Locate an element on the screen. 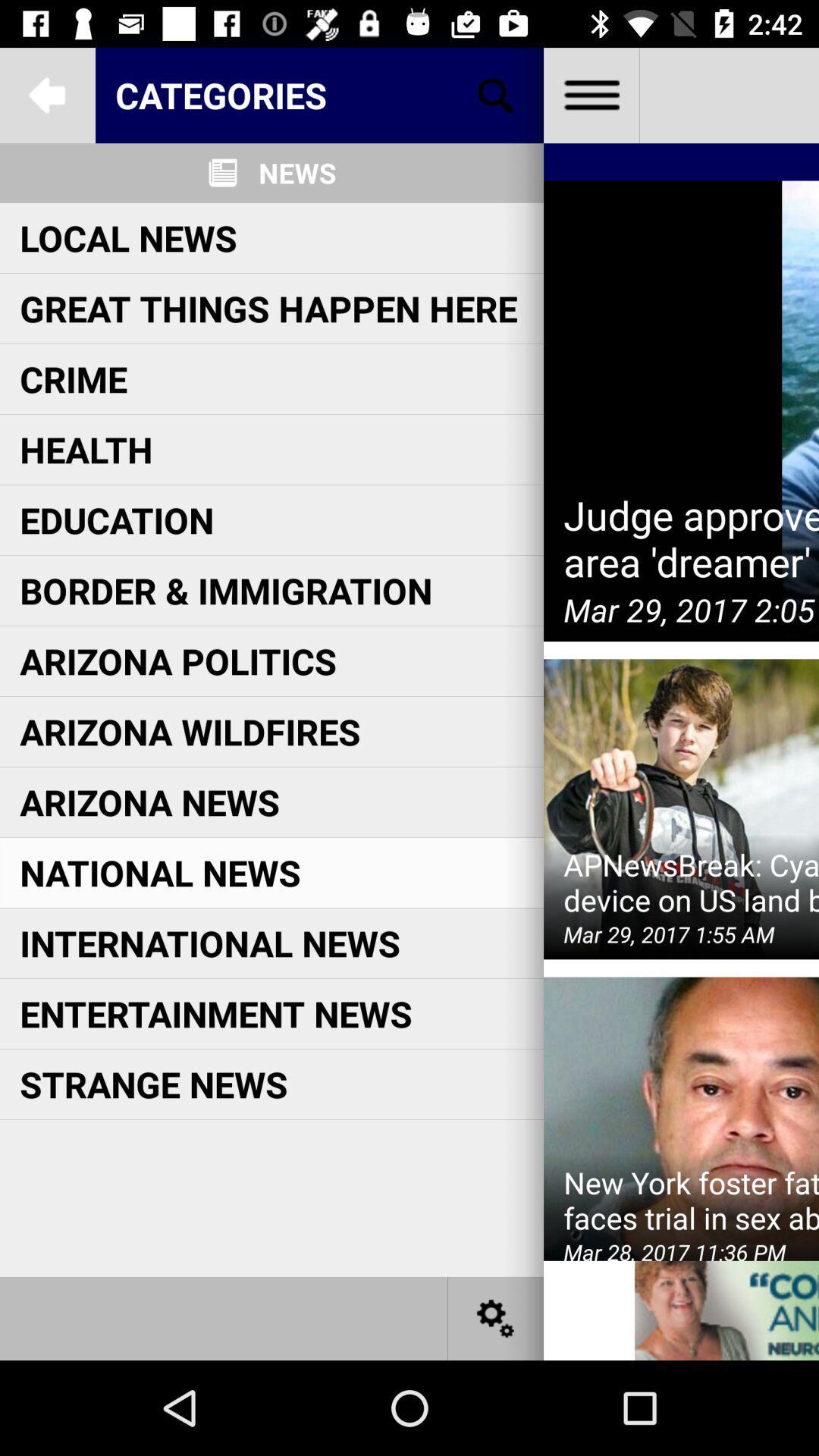 The image size is (819, 1456). the menu icon is located at coordinates (590, 94).